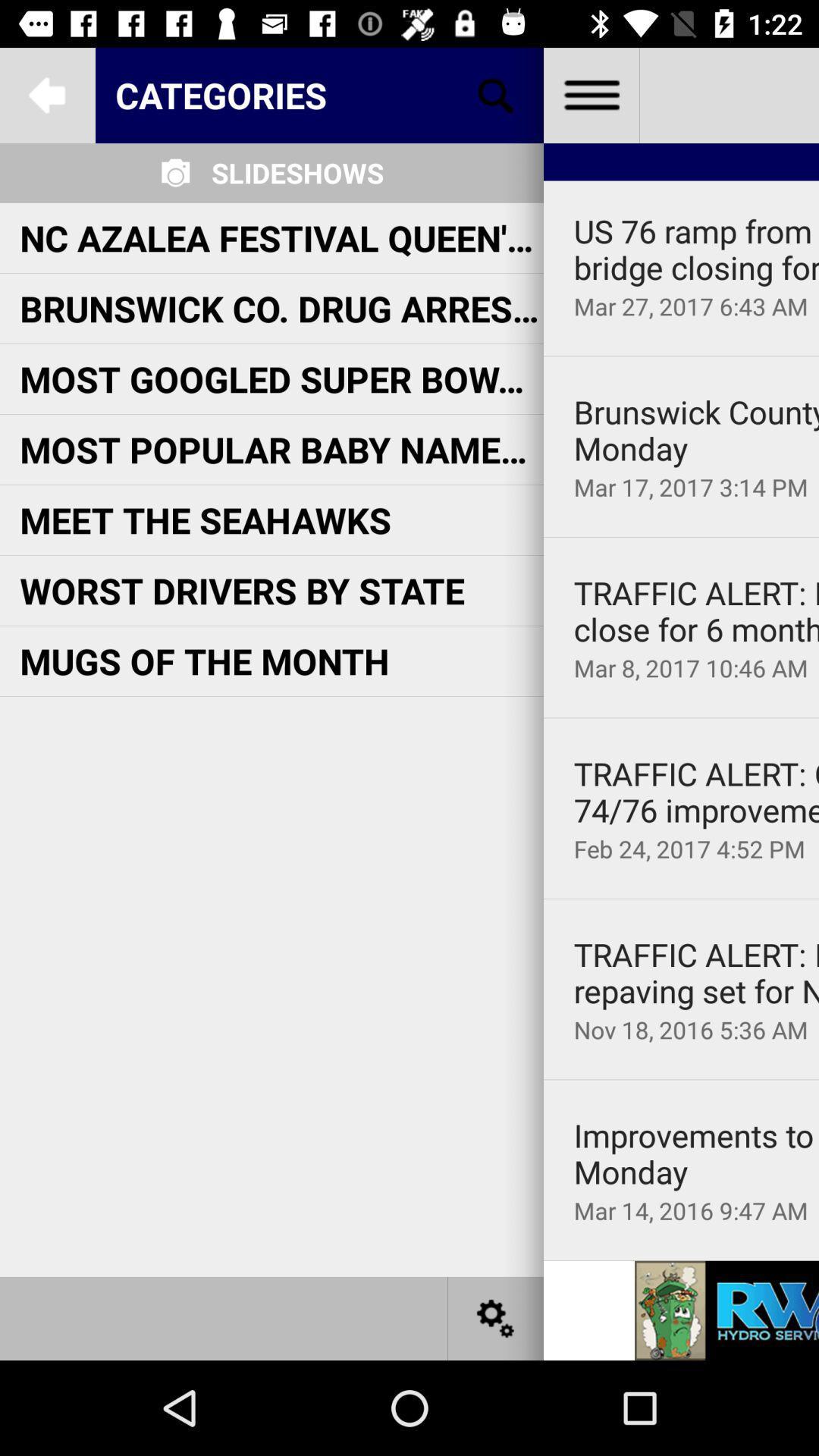  Describe the element at coordinates (46, 94) in the screenshot. I see `the arrow_backward icon` at that location.